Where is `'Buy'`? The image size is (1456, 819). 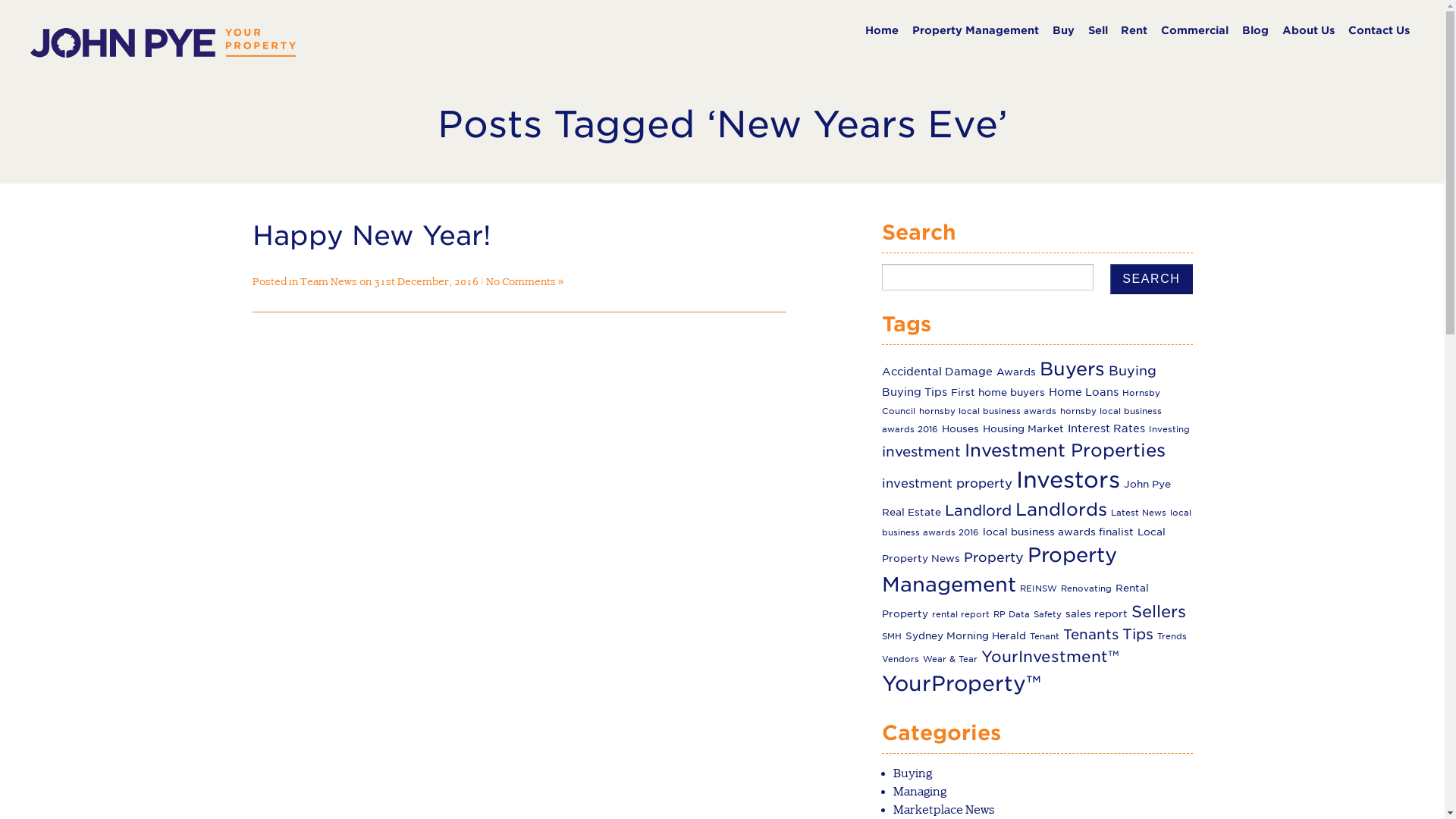
'Buy' is located at coordinates (1051, 30).